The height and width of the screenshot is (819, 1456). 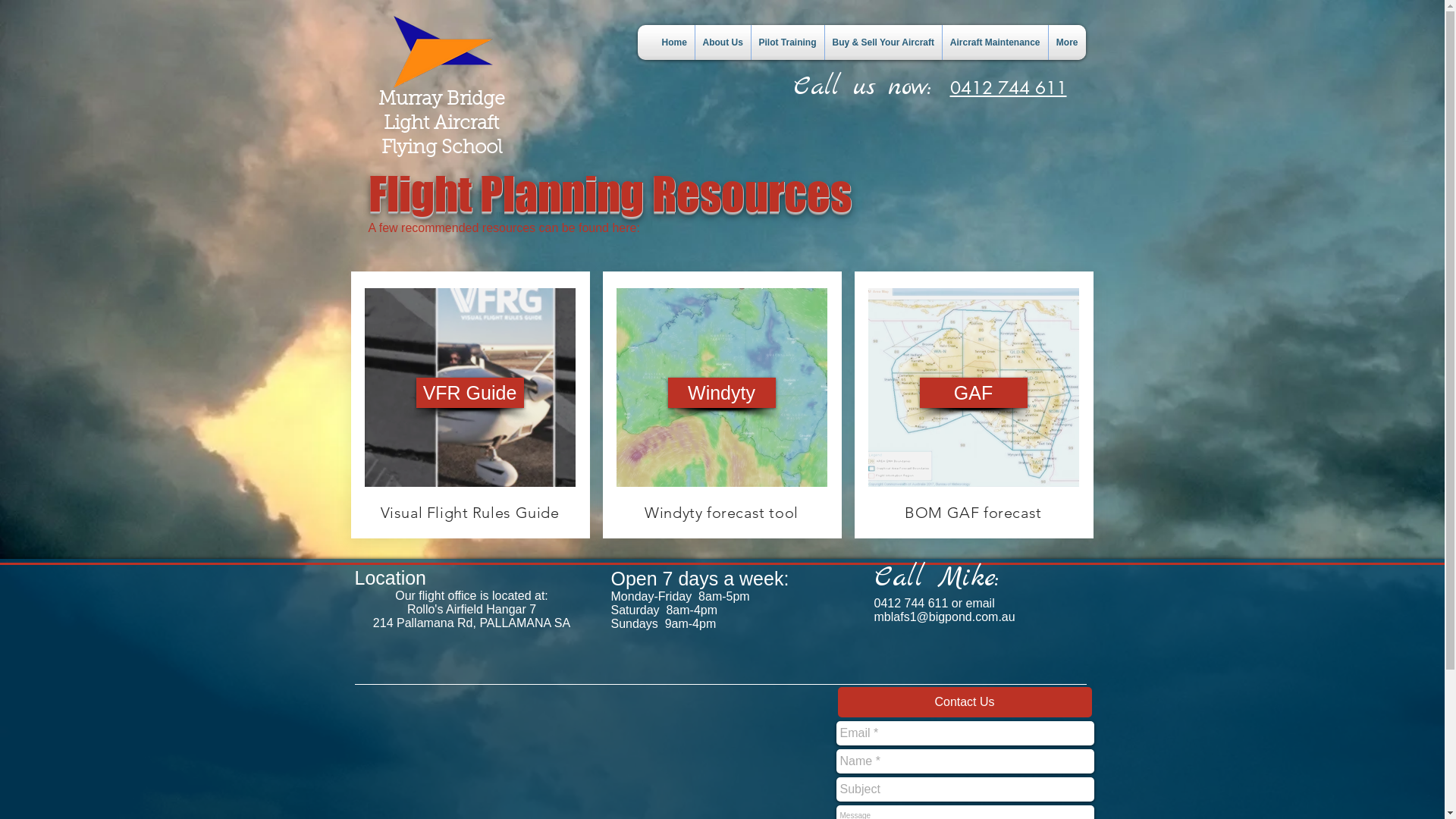 What do you see at coordinates (673, 42) in the screenshot?
I see `'Home'` at bounding box center [673, 42].